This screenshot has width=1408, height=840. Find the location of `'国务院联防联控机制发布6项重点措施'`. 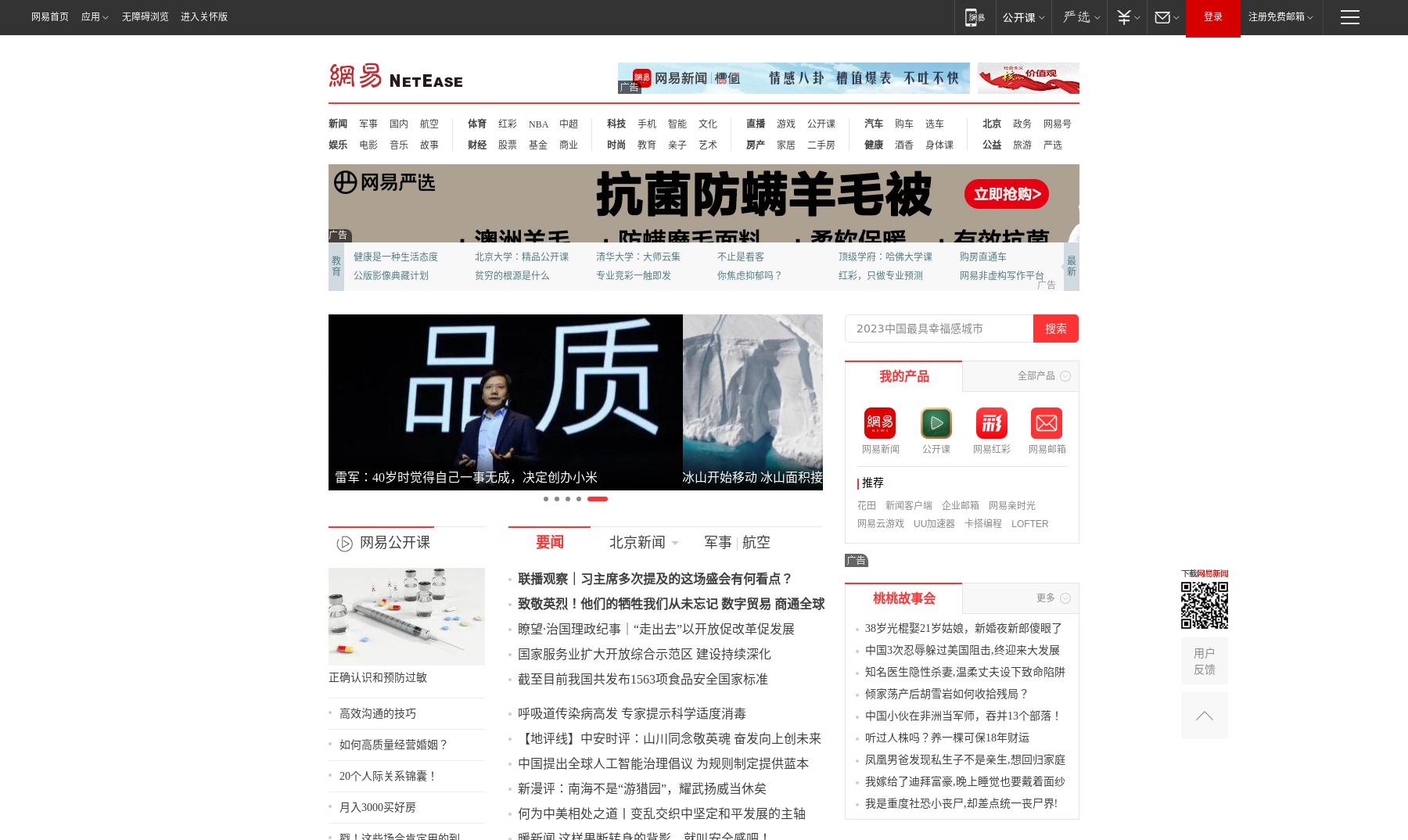

'国务院联防联控机制发布6项重点措施' is located at coordinates (572, 537).